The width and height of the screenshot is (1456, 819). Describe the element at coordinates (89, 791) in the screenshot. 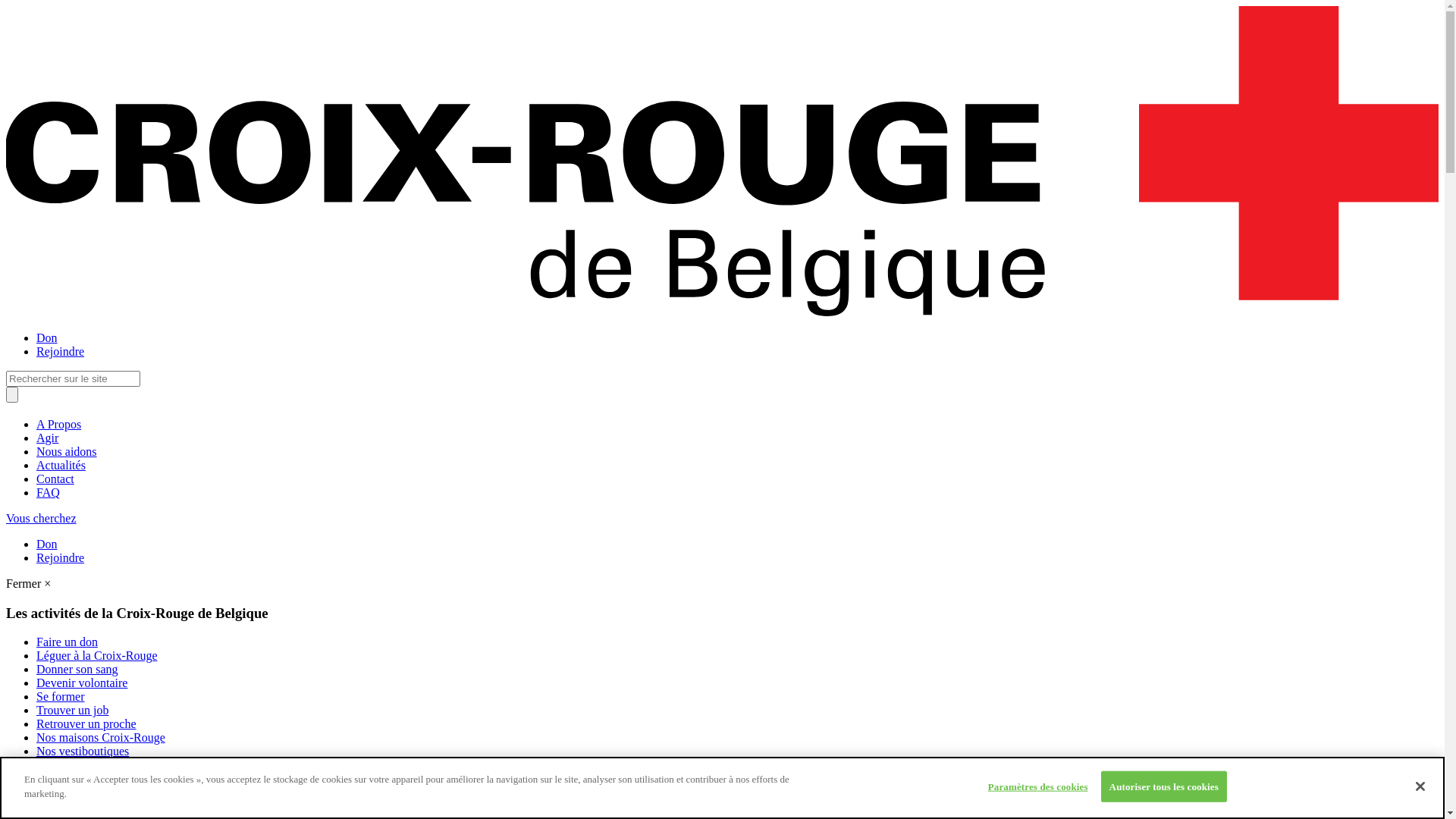

I see `'Notre aide alimentaire'` at that location.